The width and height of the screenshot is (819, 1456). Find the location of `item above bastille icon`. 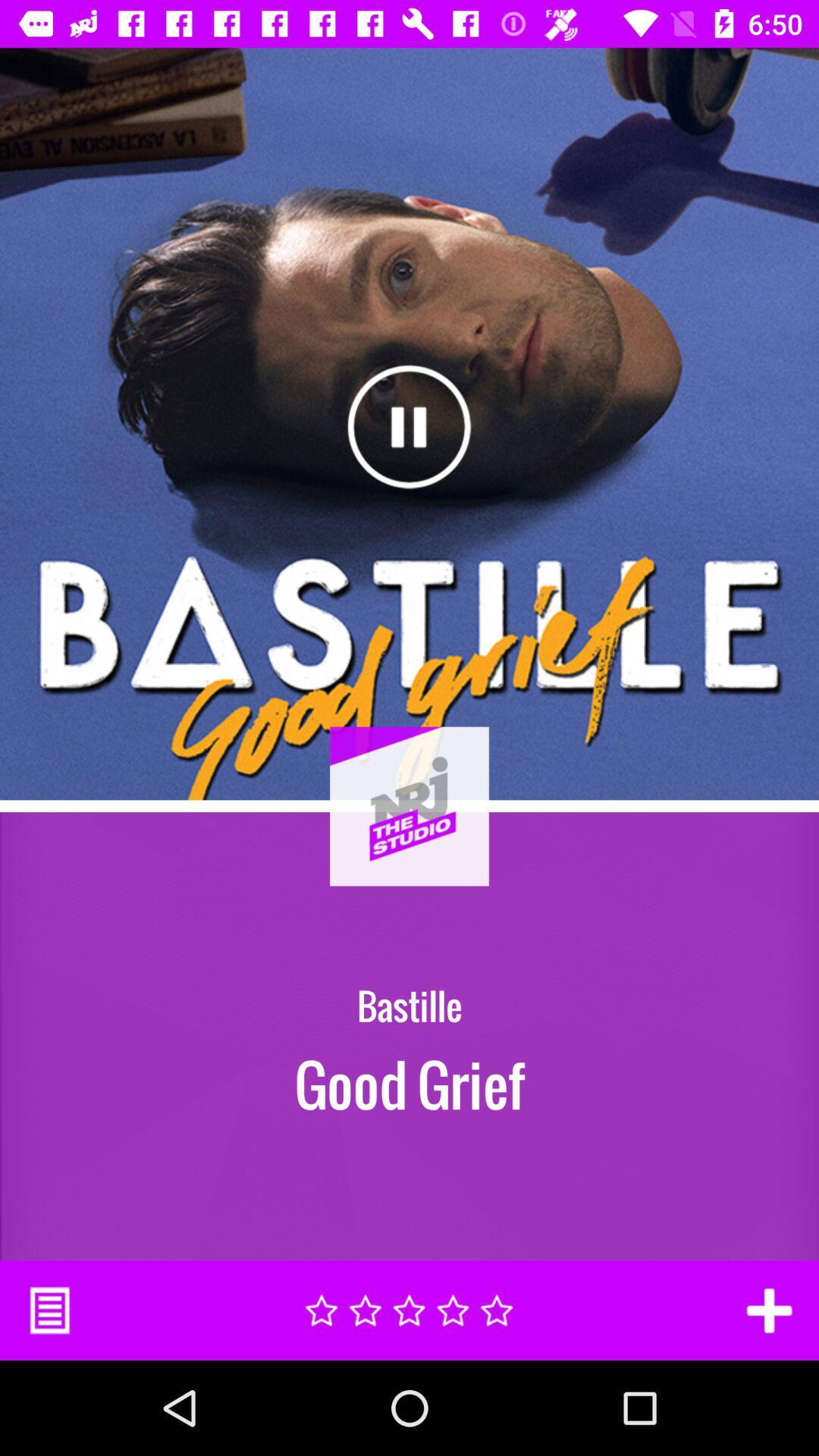

item above bastille icon is located at coordinates (409, 845).